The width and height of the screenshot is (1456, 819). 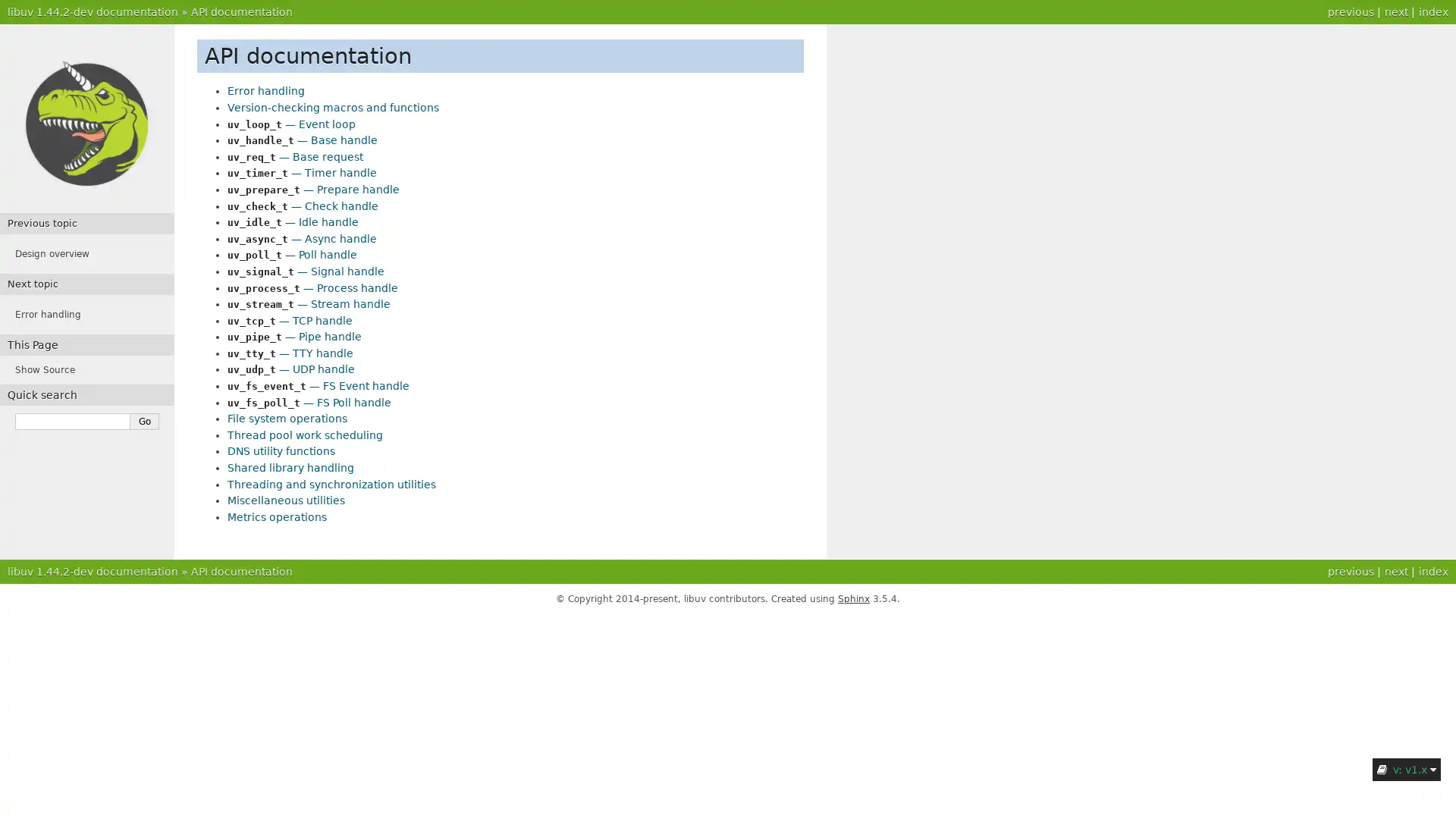 What do you see at coordinates (145, 421) in the screenshot?
I see `Go` at bounding box center [145, 421].